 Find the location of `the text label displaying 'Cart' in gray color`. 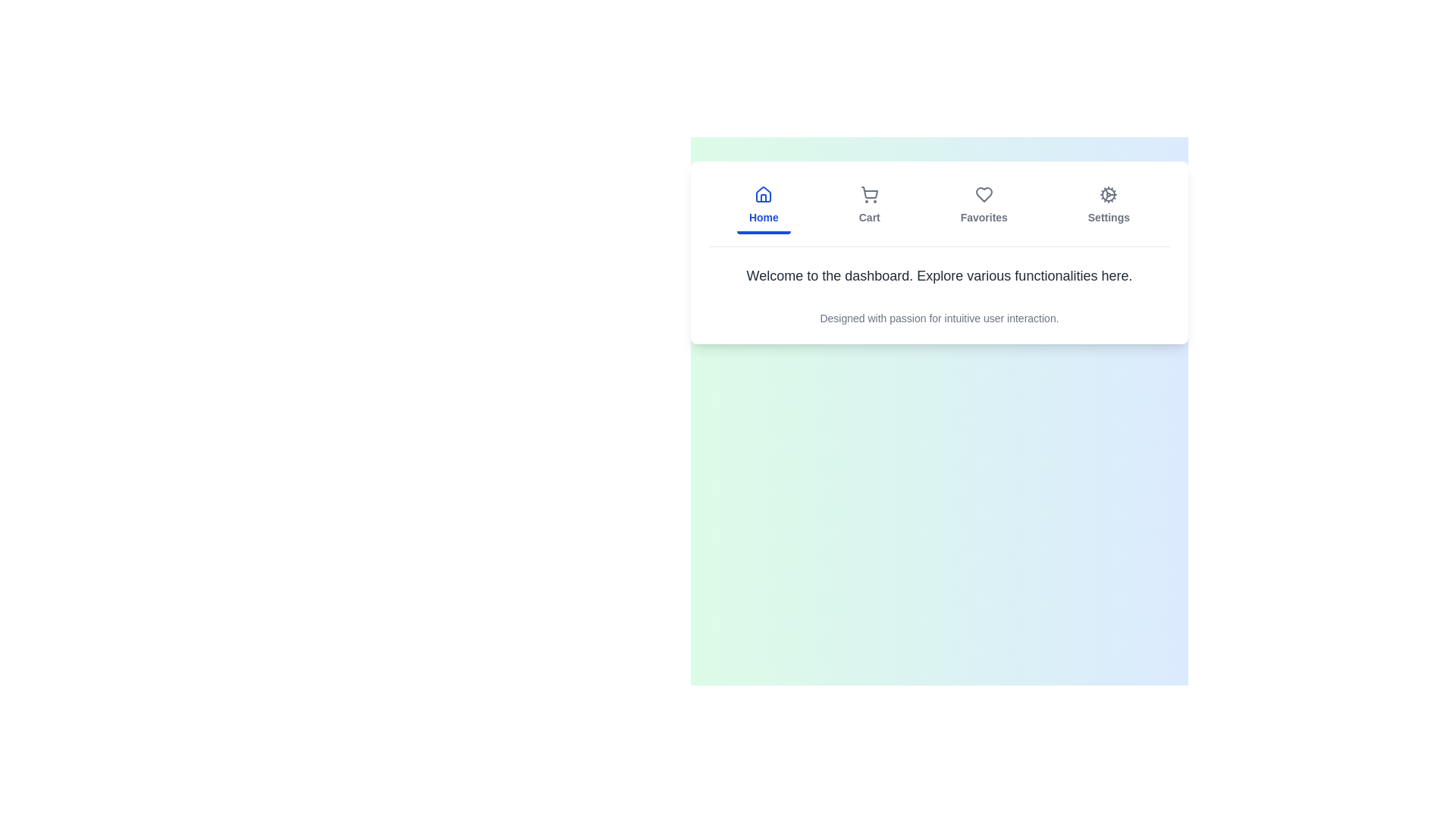

the text label displaying 'Cart' in gray color is located at coordinates (869, 217).